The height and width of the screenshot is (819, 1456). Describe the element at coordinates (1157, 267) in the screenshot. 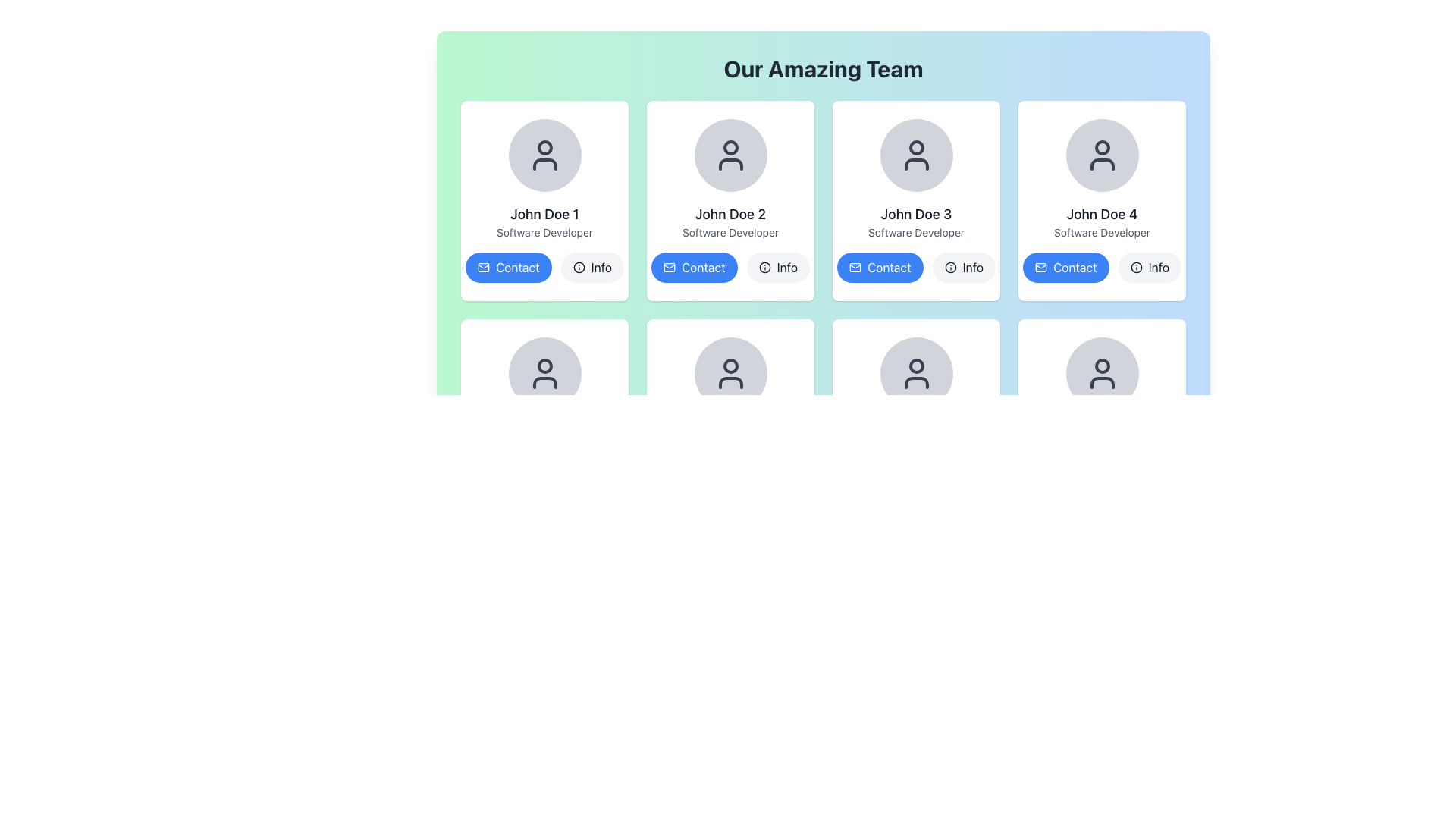

I see `the 'Info' text label of the button component located at the bottom-right corner of the card for 'John Doe 4'` at that location.